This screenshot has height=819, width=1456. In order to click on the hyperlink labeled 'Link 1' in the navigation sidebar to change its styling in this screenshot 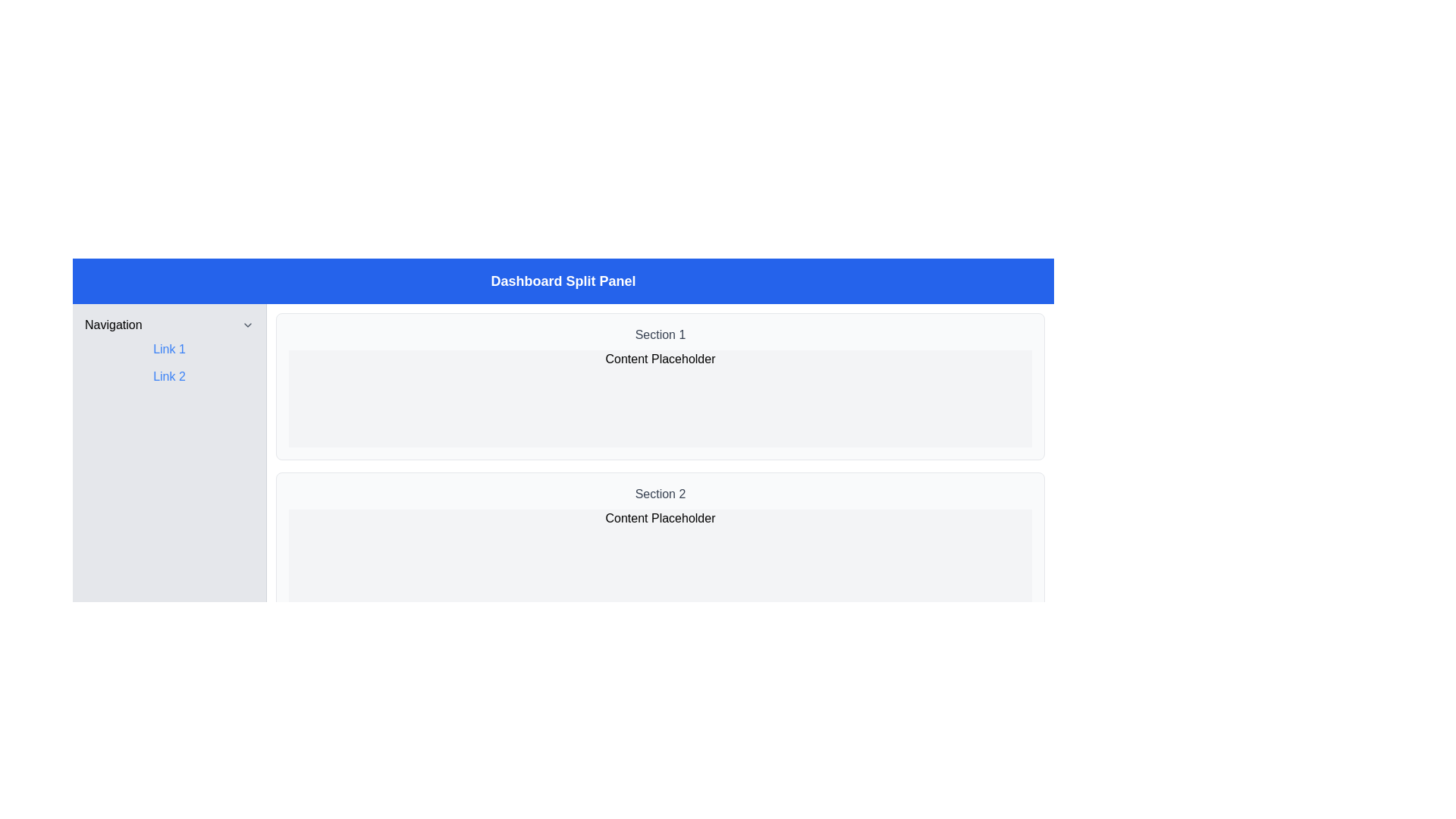, I will do `click(169, 350)`.